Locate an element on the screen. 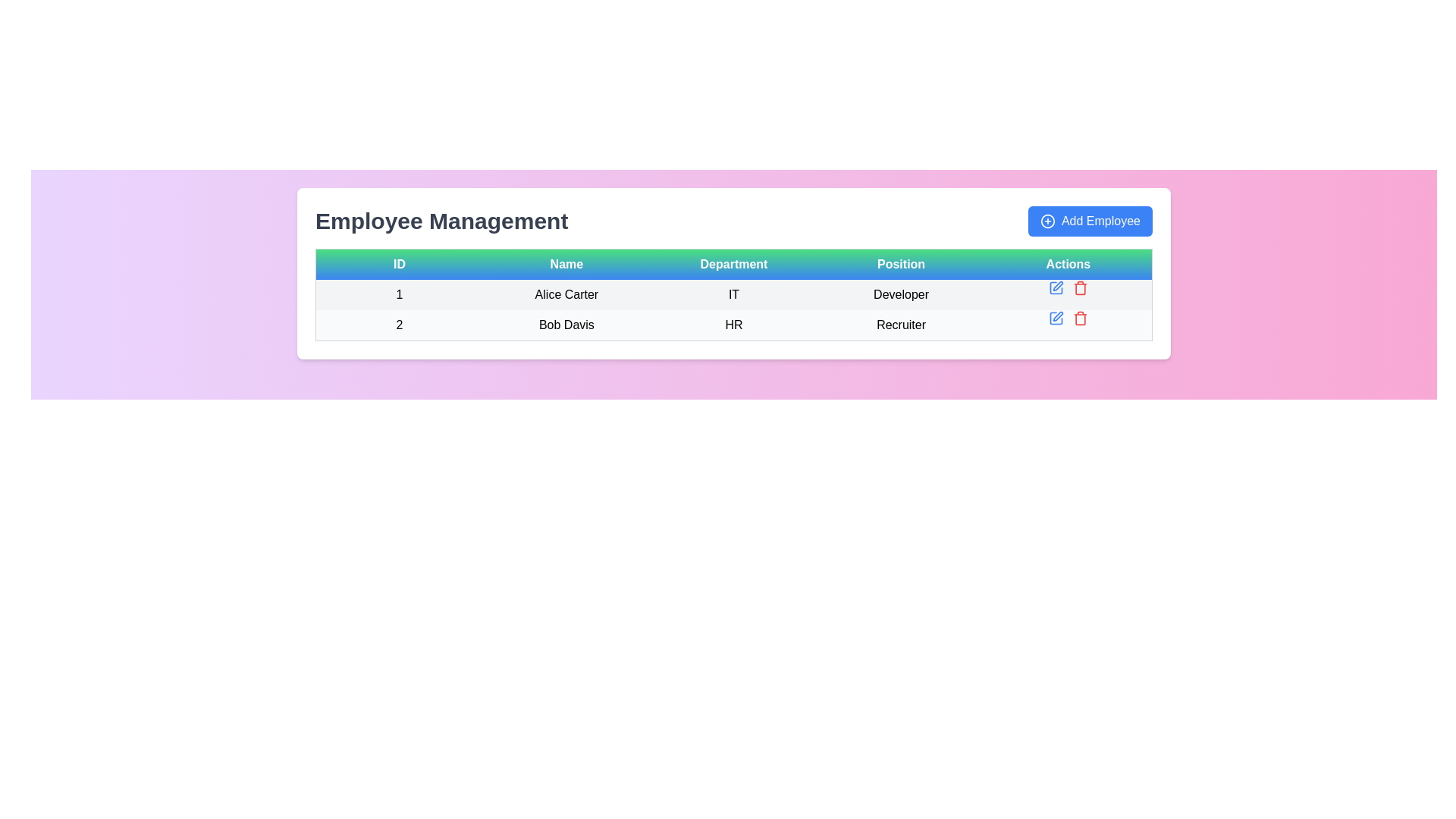 The width and height of the screenshot is (1456, 819). the delete icon located in the 'Actions' column of the second row, aligned with the 'Bob Davis' row is located at coordinates (1080, 318).